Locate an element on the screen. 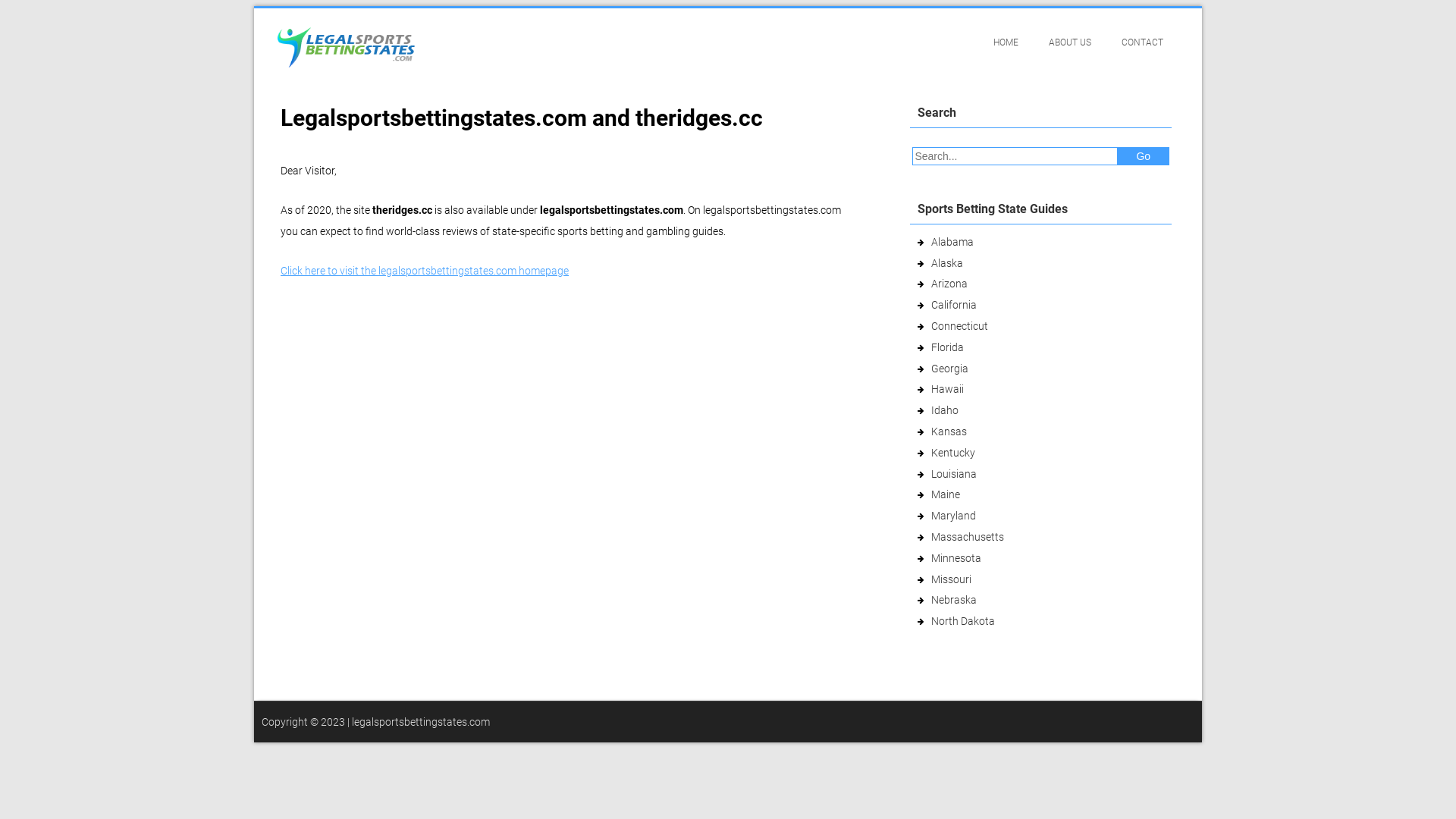 Image resolution: width=1456 pixels, height=819 pixels. 'Connecticut' is located at coordinates (959, 325).